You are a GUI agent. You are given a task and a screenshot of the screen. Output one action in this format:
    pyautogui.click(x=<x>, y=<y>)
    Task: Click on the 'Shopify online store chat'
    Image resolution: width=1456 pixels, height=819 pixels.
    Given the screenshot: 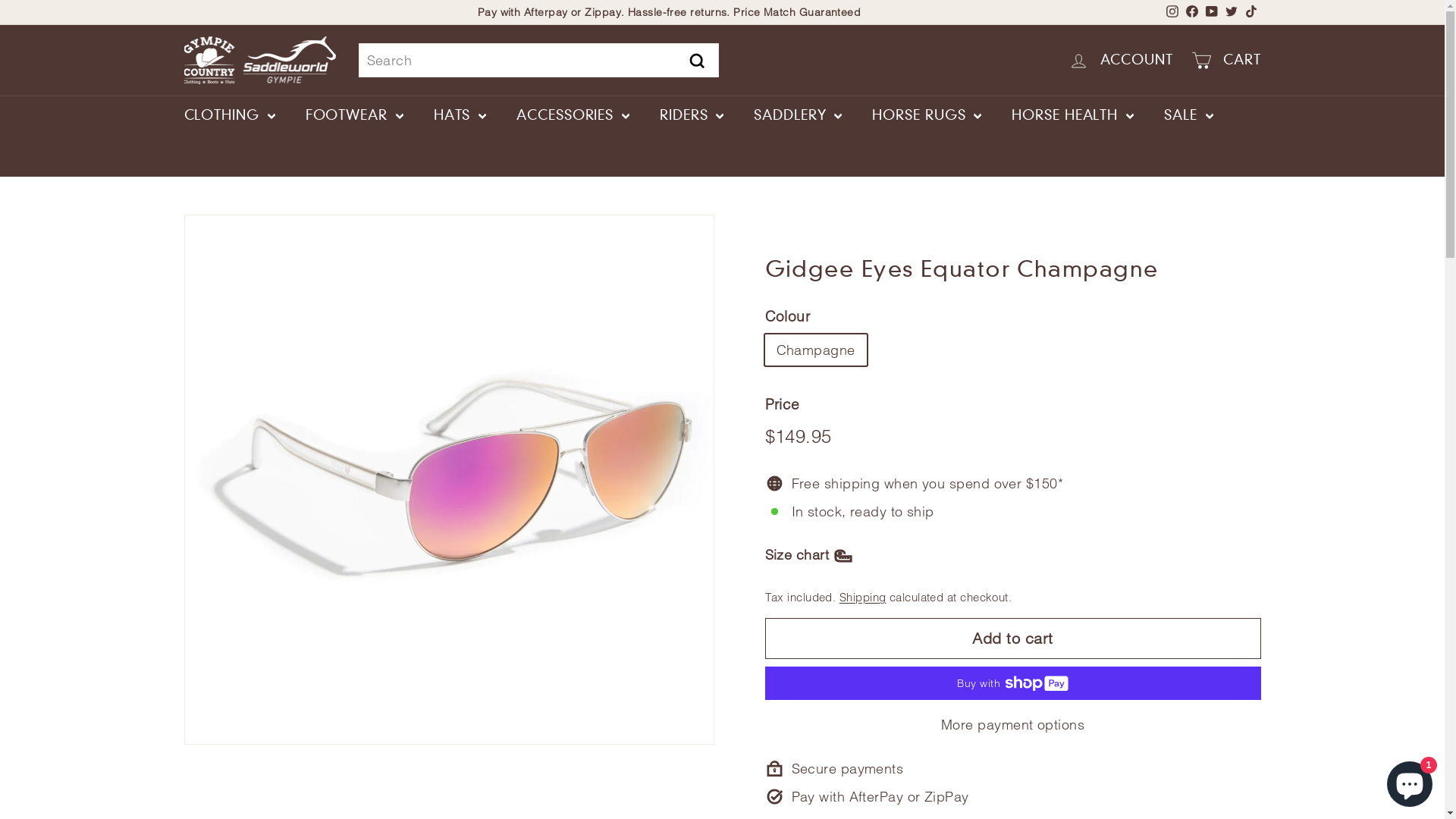 What is the action you would take?
    pyautogui.click(x=1408, y=780)
    